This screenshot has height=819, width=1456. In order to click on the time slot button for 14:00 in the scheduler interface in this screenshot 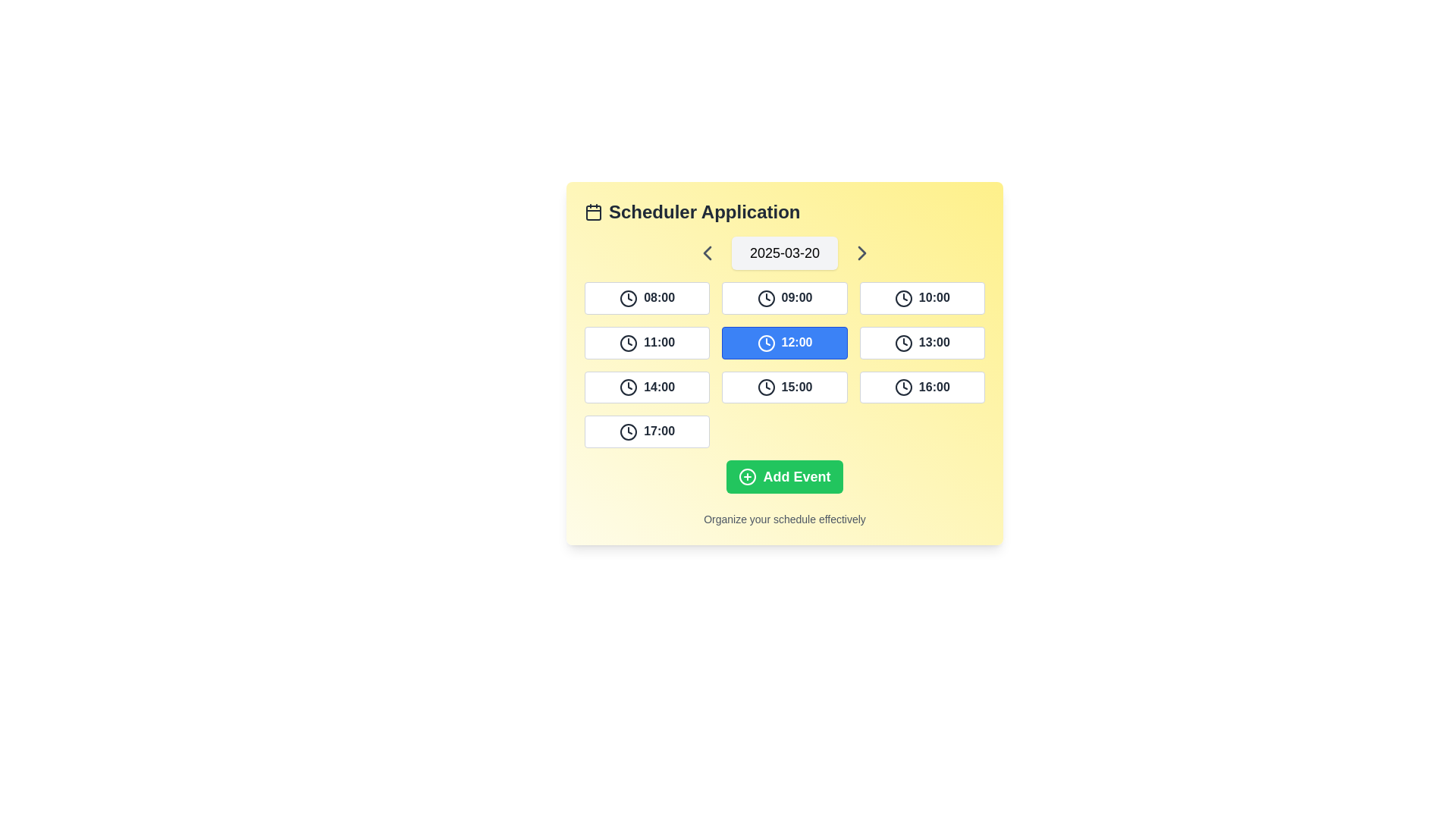, I will do `click(647, 386)`.